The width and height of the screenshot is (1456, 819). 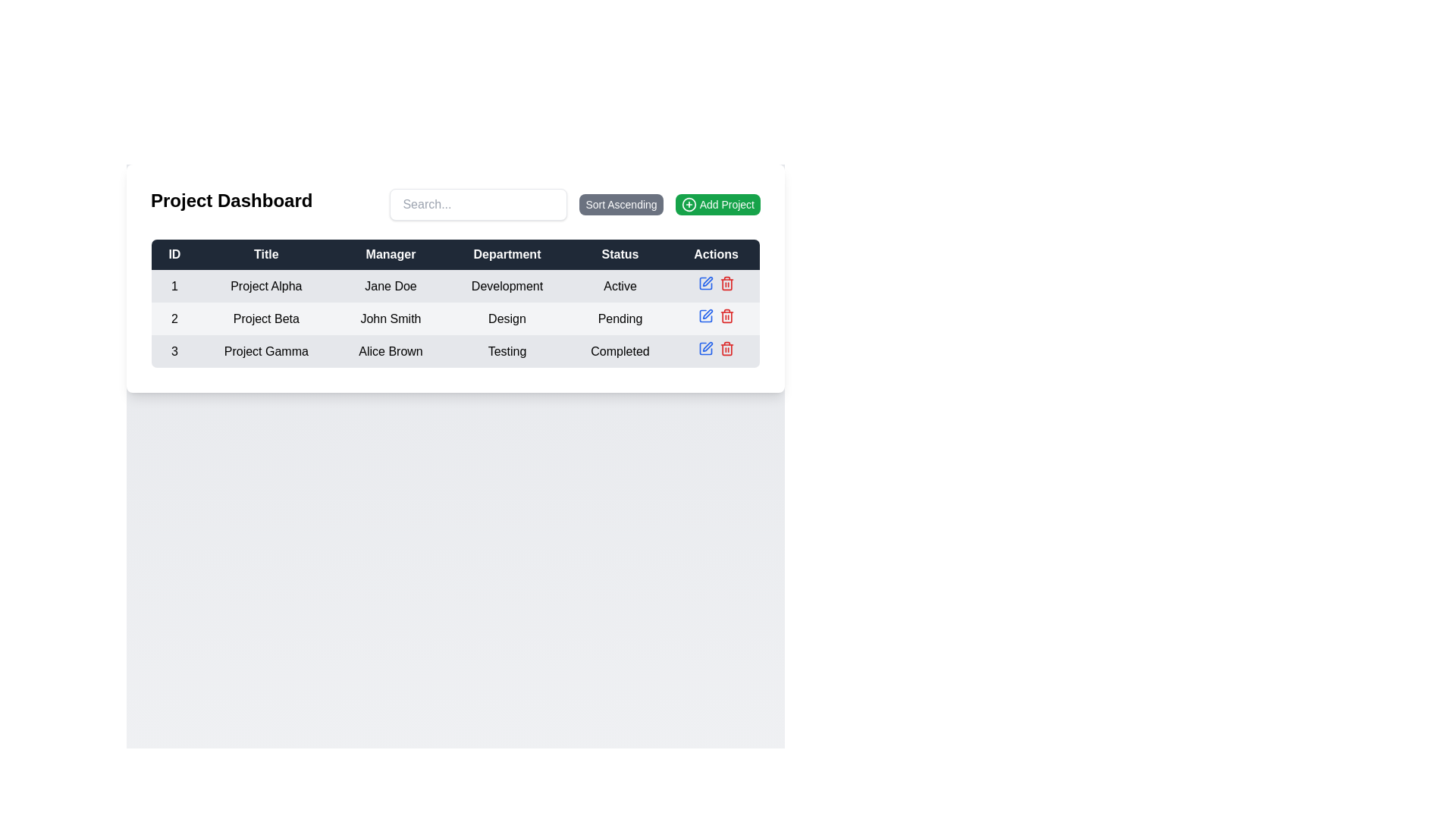 I want to click on the text label representing the manager's name in the third column of the first row of the project table, so click(x=391, y=286).